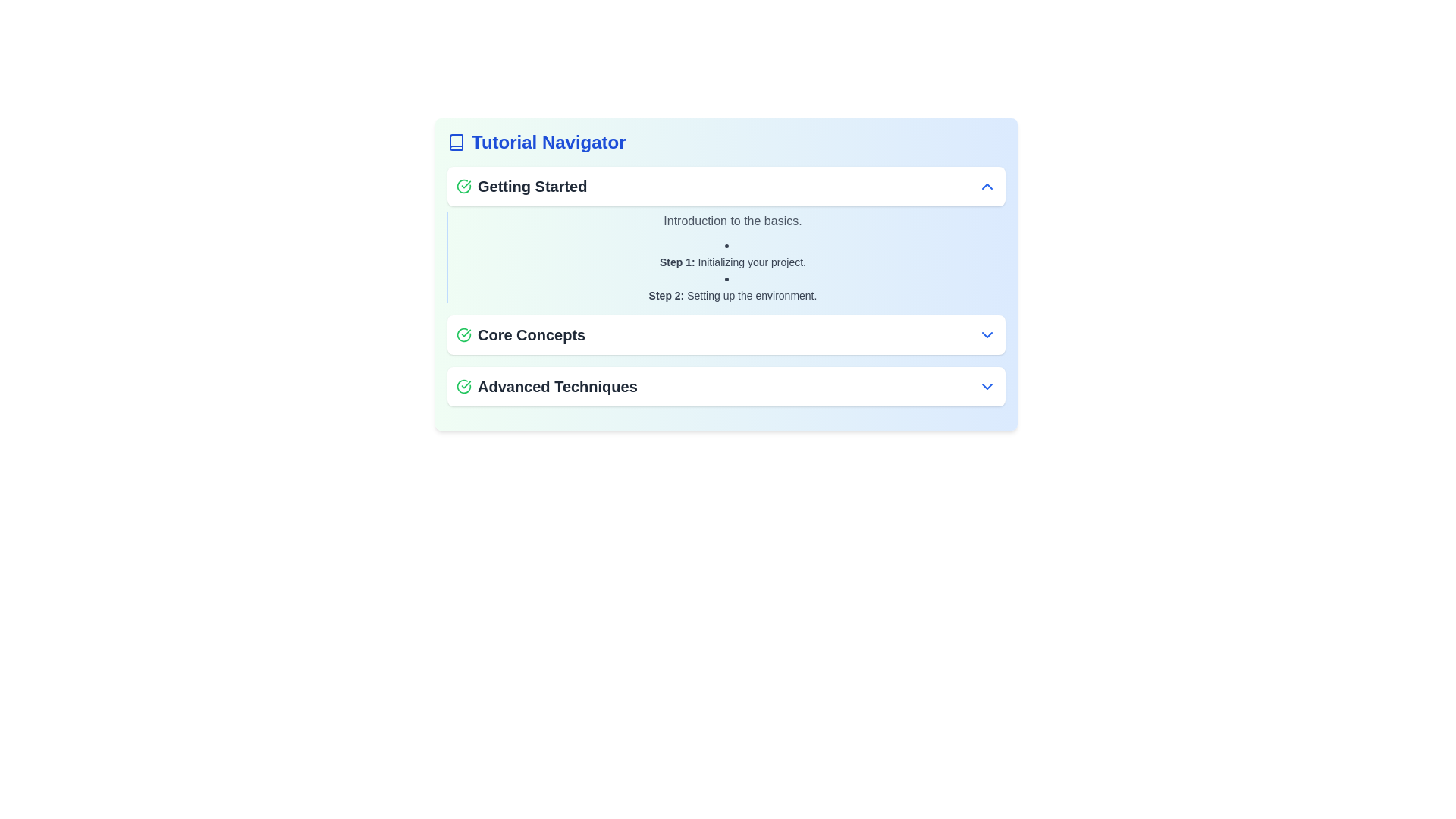  What do you see at coordinates (733, 287) in the screenshot?
I see `the instructional text block that is the second item in the bullet-point list within the 'Getting Started' section of the 'Tutorial Navigator', located immediately below 'Step 1: Initializing your project.'` at bounding box center [733, 287].